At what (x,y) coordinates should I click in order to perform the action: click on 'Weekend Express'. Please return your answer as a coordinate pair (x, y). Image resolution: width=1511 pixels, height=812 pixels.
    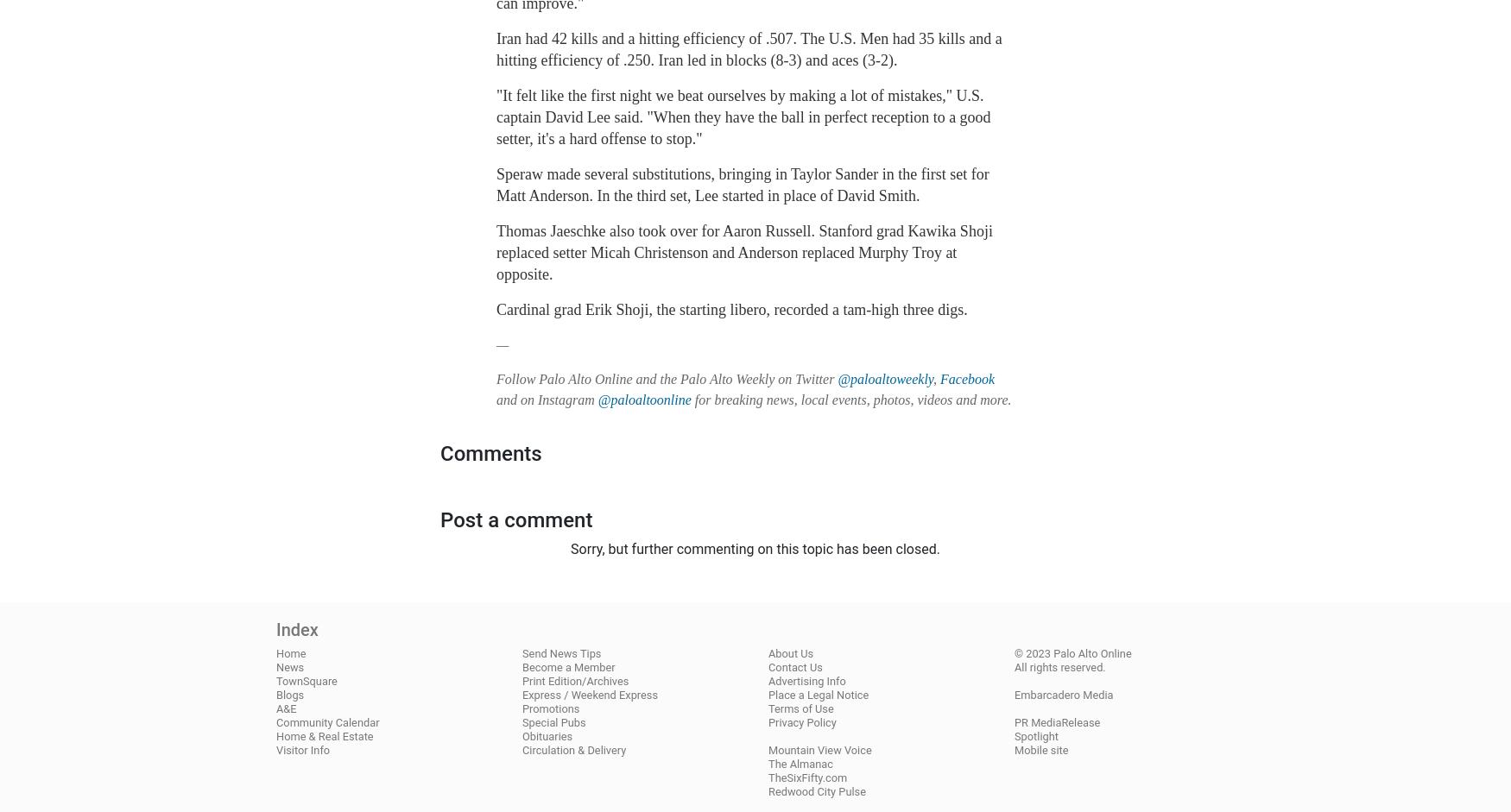
    Looking at the image, I should click on (569, 694).